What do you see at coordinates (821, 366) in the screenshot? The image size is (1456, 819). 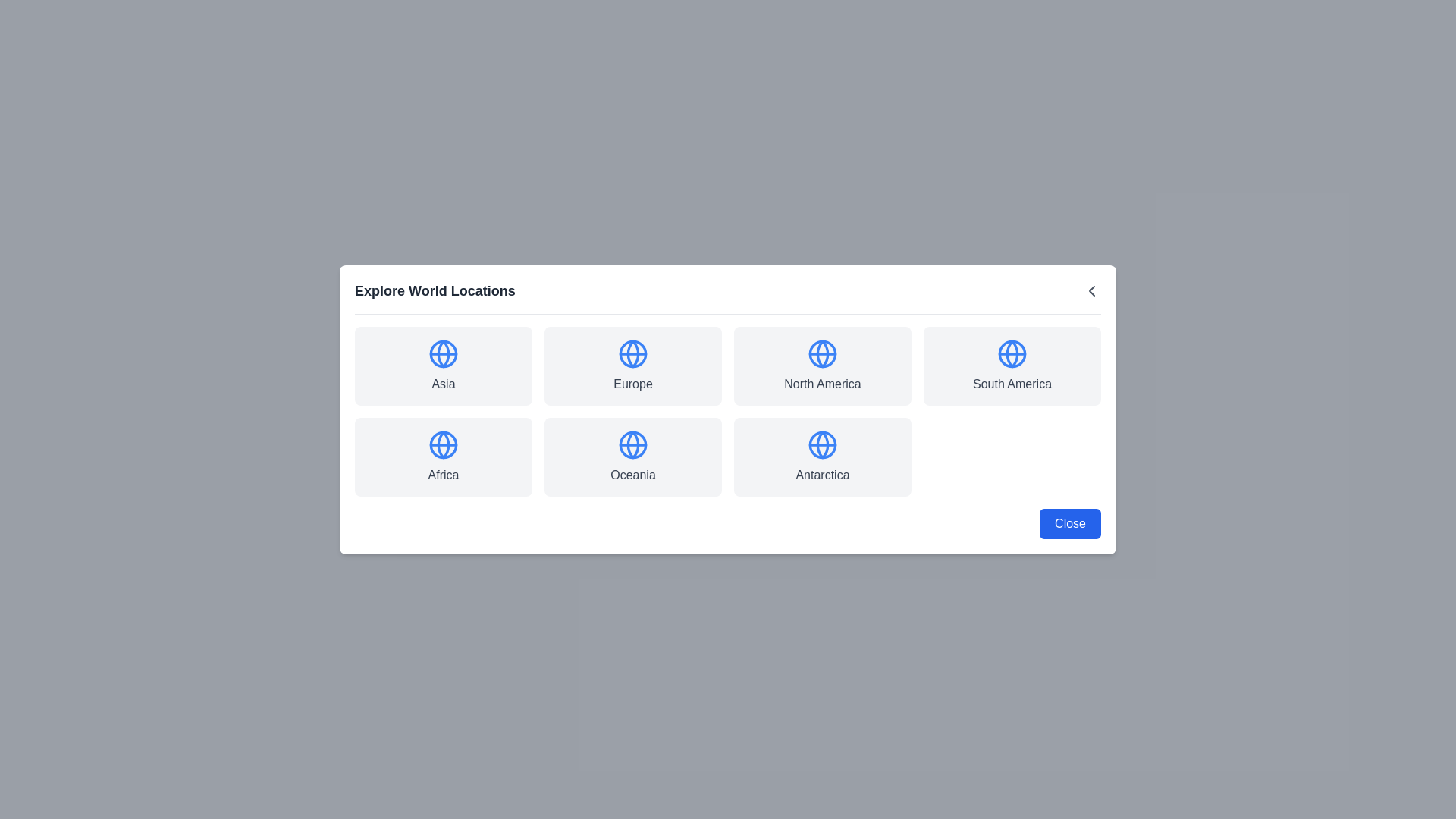 I see `the location North America to select it` at bounding box center [821, 366].